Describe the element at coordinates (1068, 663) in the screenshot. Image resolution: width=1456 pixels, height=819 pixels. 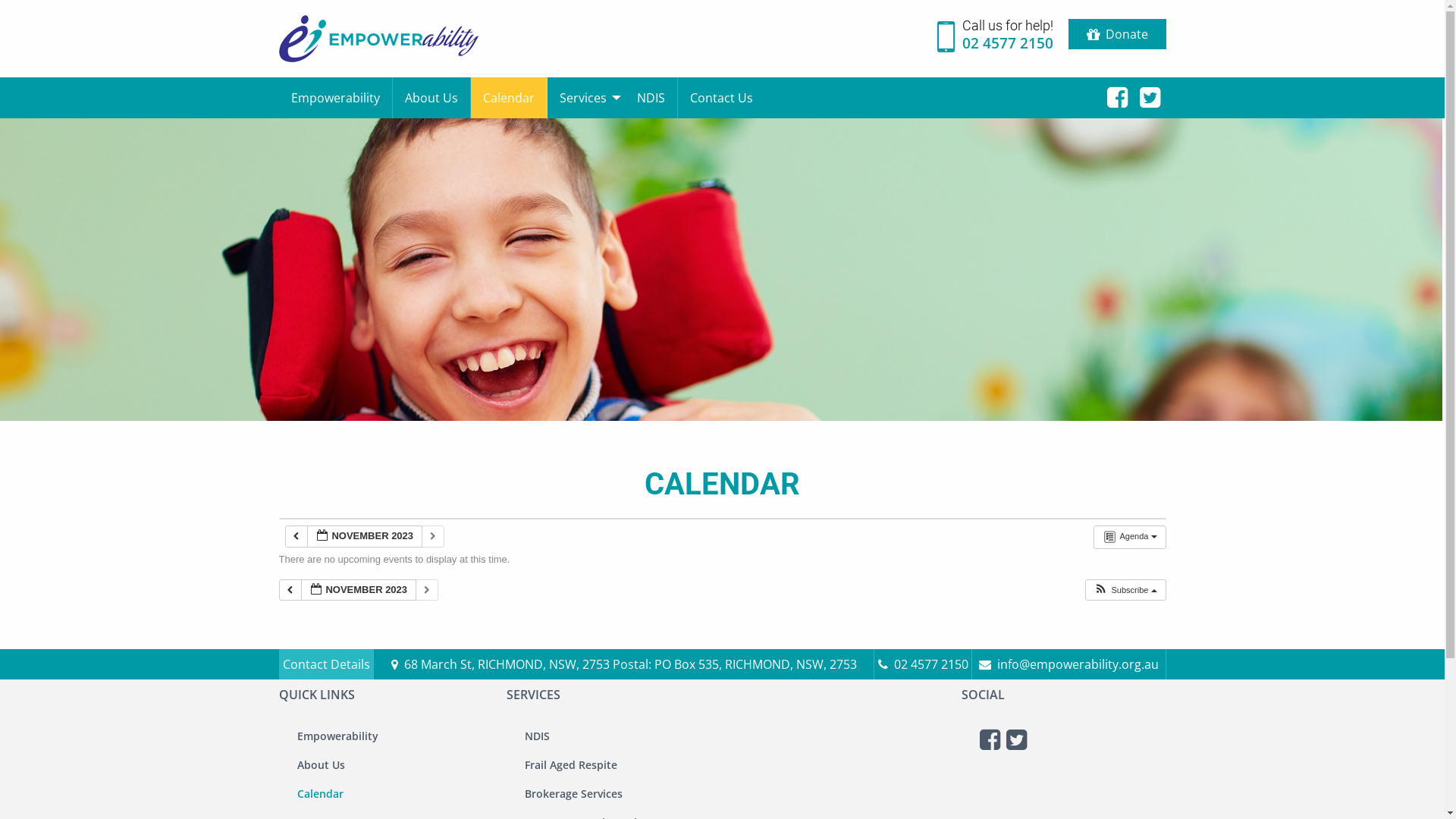
I see `'info@empowerability.org.au'` at that location.